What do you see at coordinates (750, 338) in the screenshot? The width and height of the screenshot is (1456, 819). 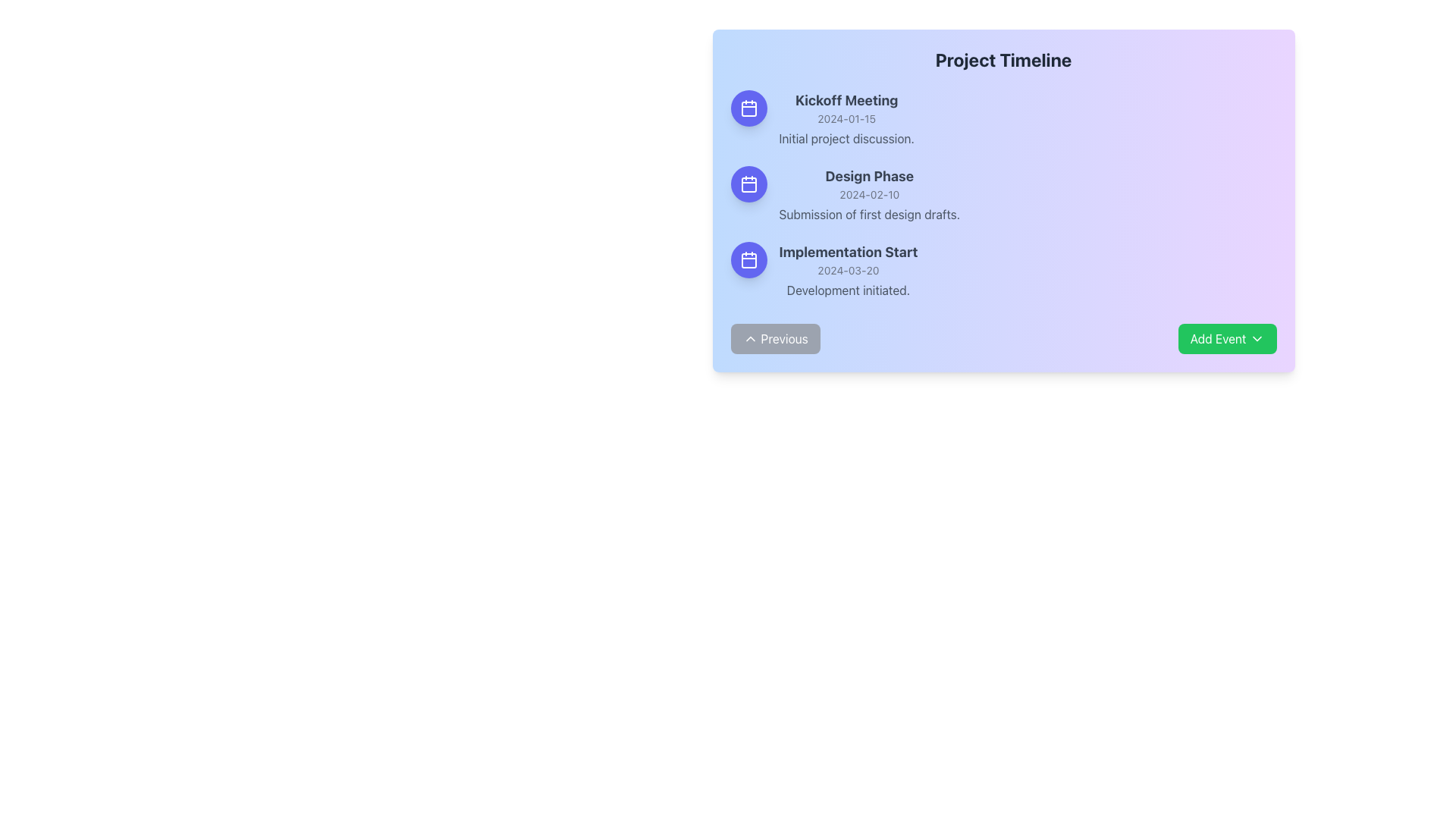 I see `the 'Previous' button located in the lower-left corner of the 'Project Timeline' card` at bounding box center [750, 338].